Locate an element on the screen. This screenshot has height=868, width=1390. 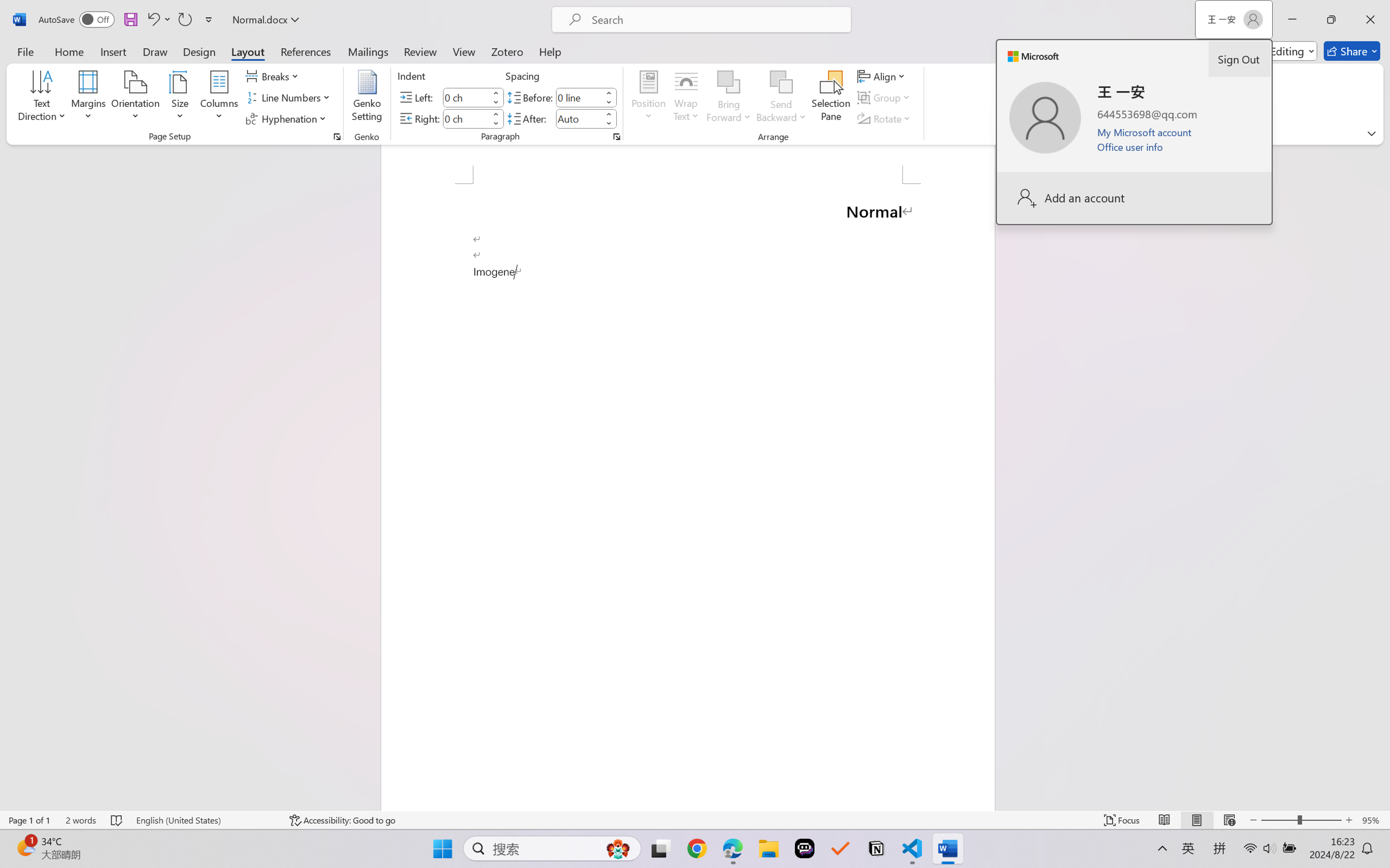
'Group' is located at coordinates (885, 98).